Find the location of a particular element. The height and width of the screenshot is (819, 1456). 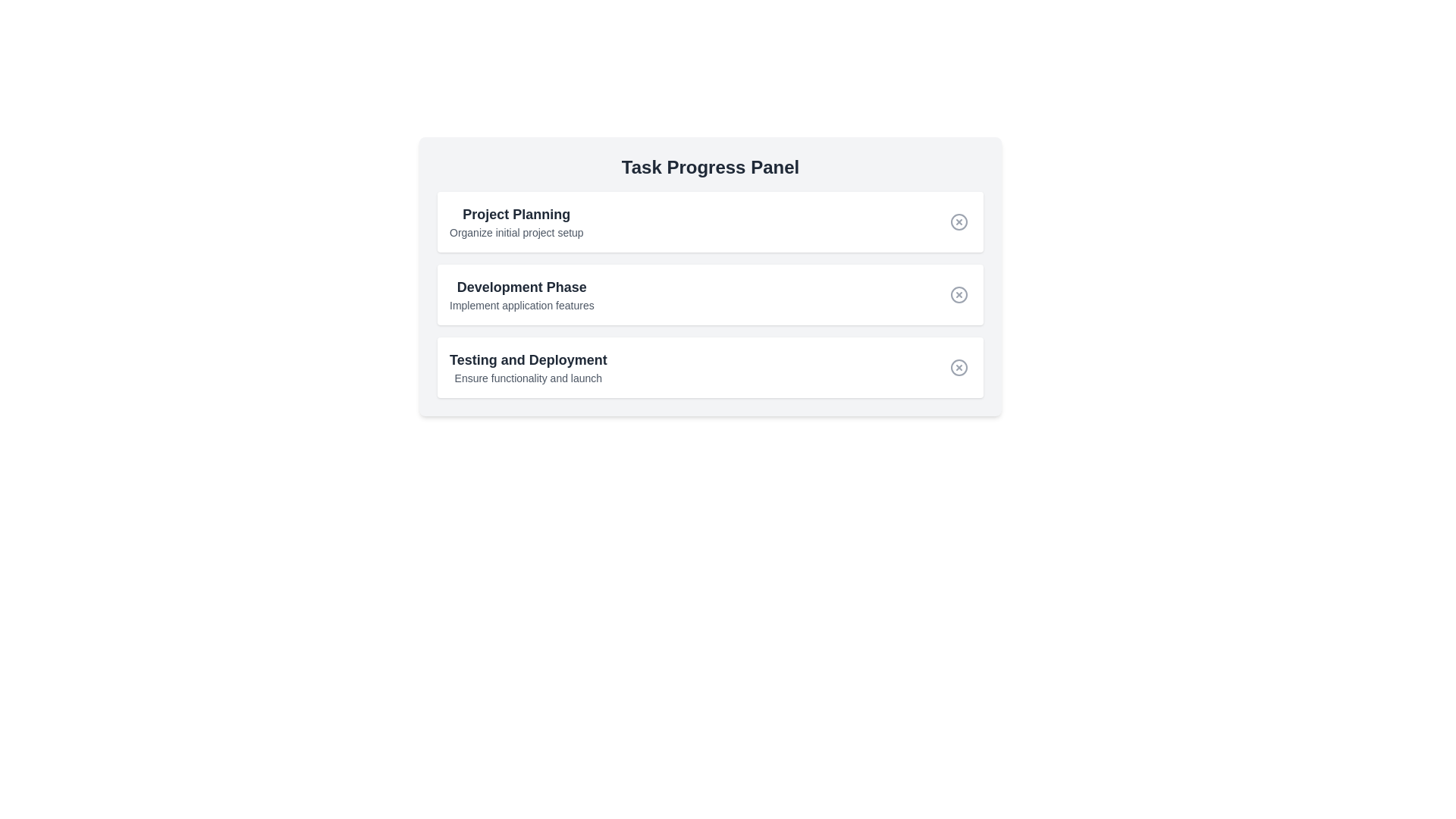

the label that displays the task title and description, which is the third item in a vertical list within the task tracking interface, located below 'Development Phase' and to the left of a circular button icon is located at coordinates (528, 368).